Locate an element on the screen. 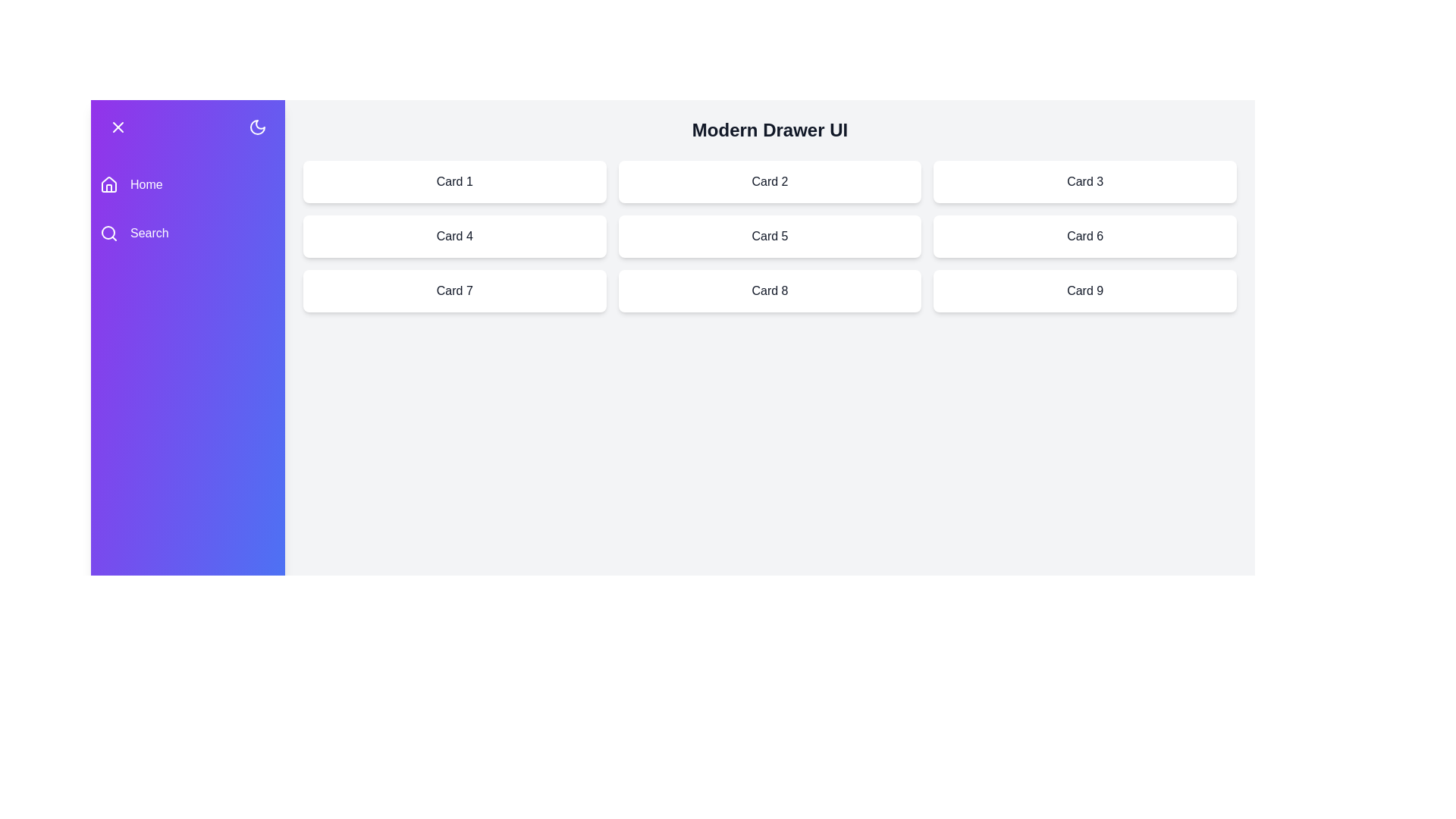 This screenshot has width=1456, height=819. the navigation menu item labeled Search is located at coordinates (187, 234).